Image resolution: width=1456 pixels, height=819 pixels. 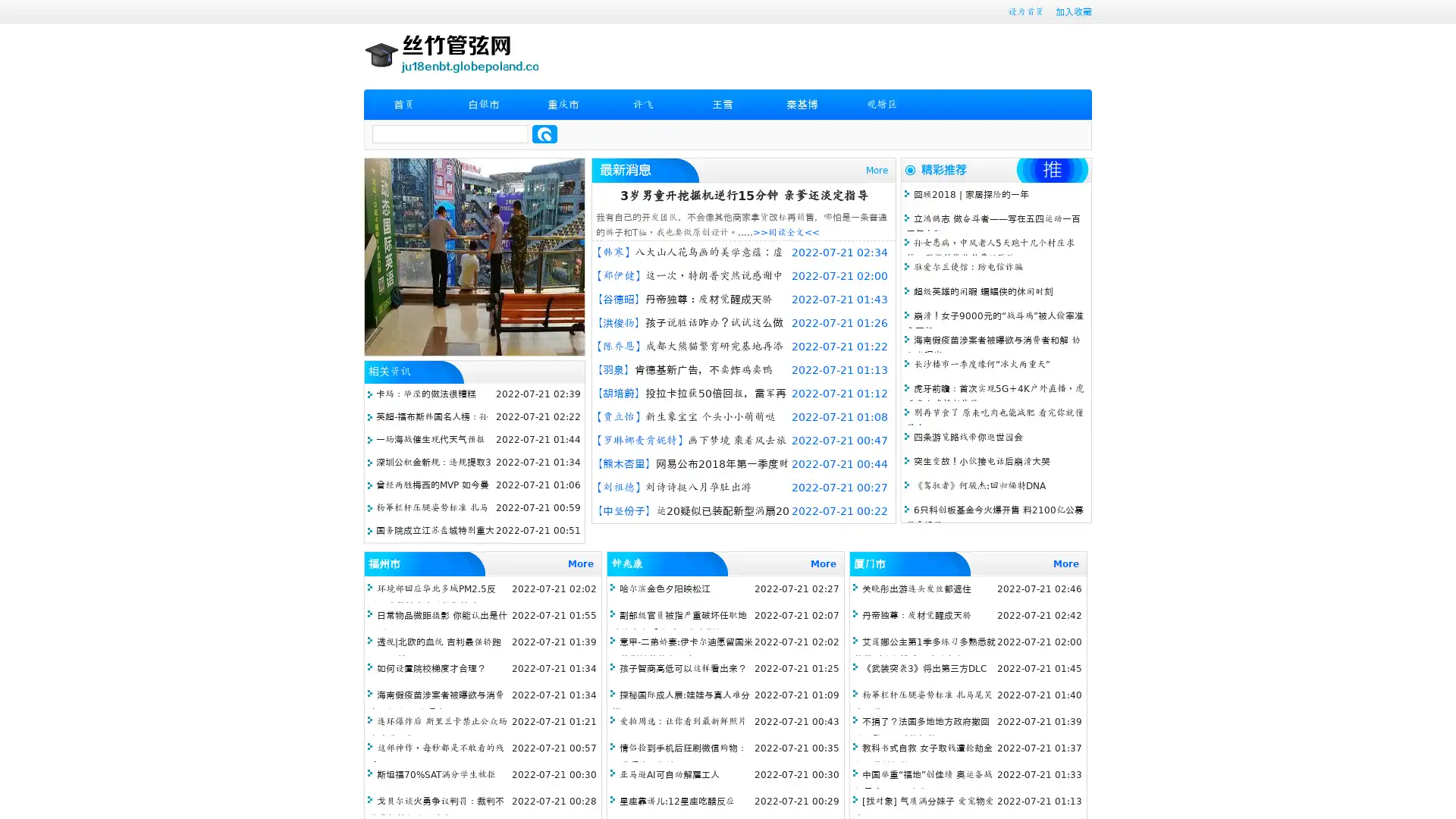 What do you see at coordinates (544, 133) in the screenshot?
I see `Search` at bounding box center [544, 133].